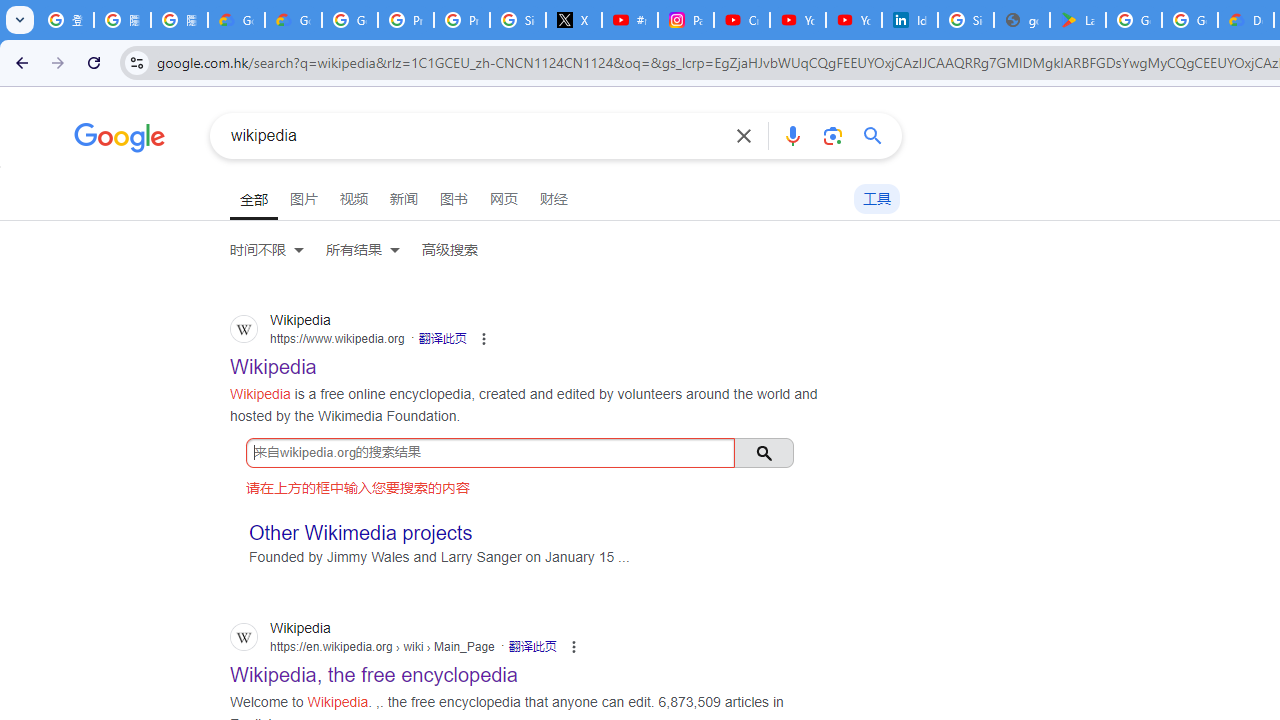  What do you see at coordinates (404, 20) in the screenshot?
I see `'Privacy Help Center - Policies Help'` at bounding box center [404, 20].